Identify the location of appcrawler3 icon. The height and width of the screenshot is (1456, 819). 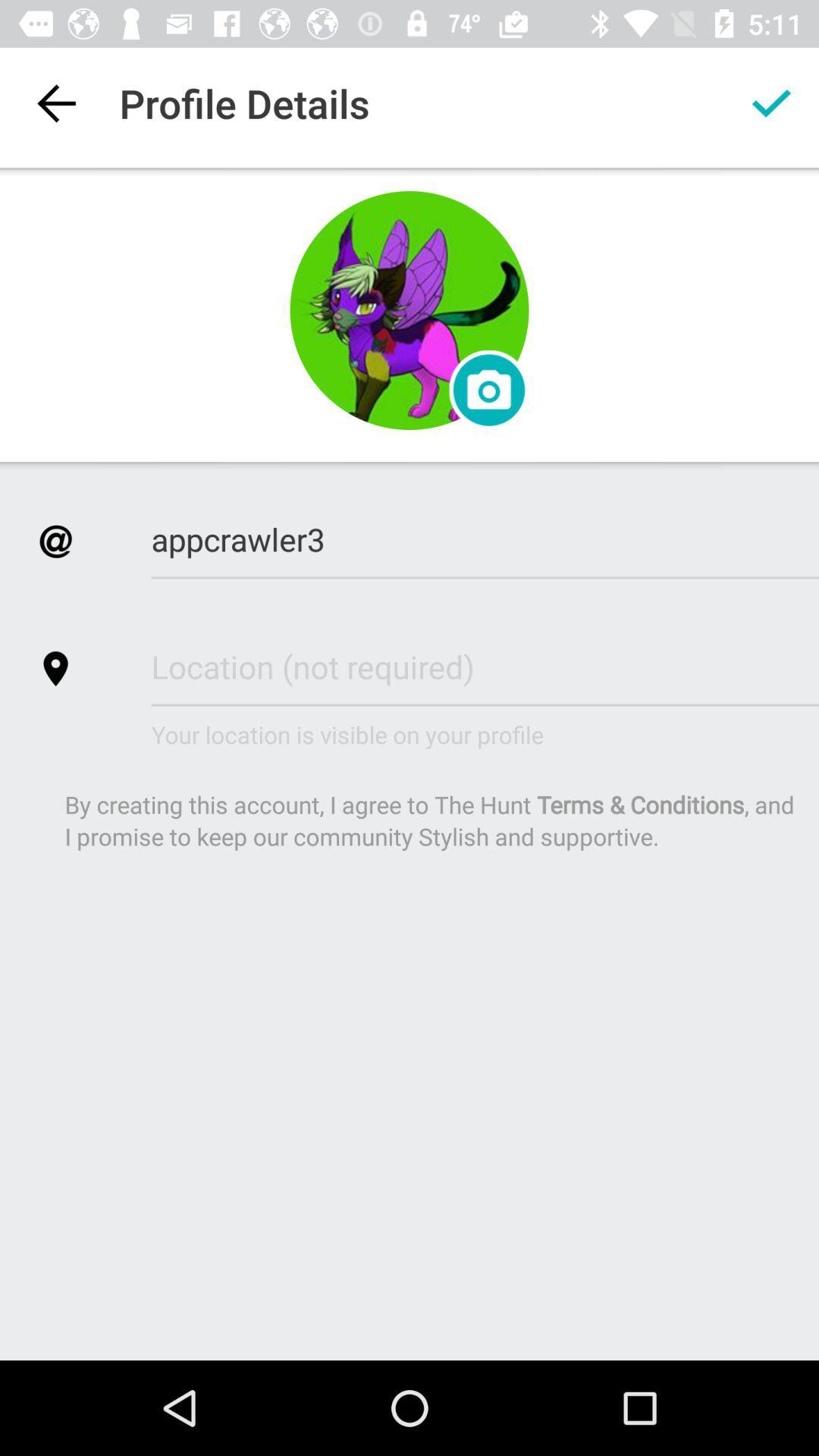
(485, 538).